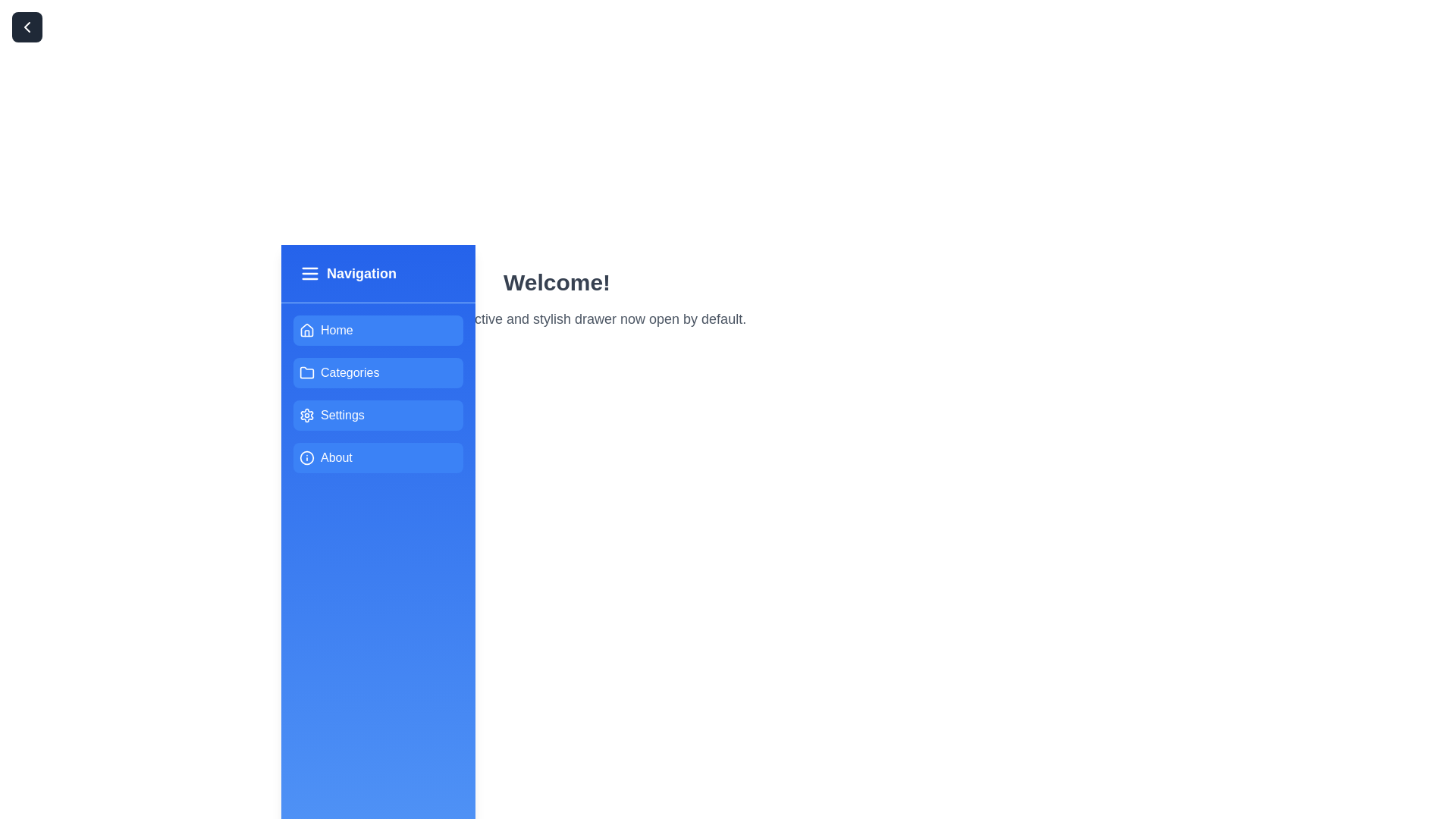 This screenshot has width=1456, height=819. Describe the element at coordinates (306, 457) in the screenshot. I see `the circular graphical icon component located in the navigation sidebar under the 'About' section` at that location.